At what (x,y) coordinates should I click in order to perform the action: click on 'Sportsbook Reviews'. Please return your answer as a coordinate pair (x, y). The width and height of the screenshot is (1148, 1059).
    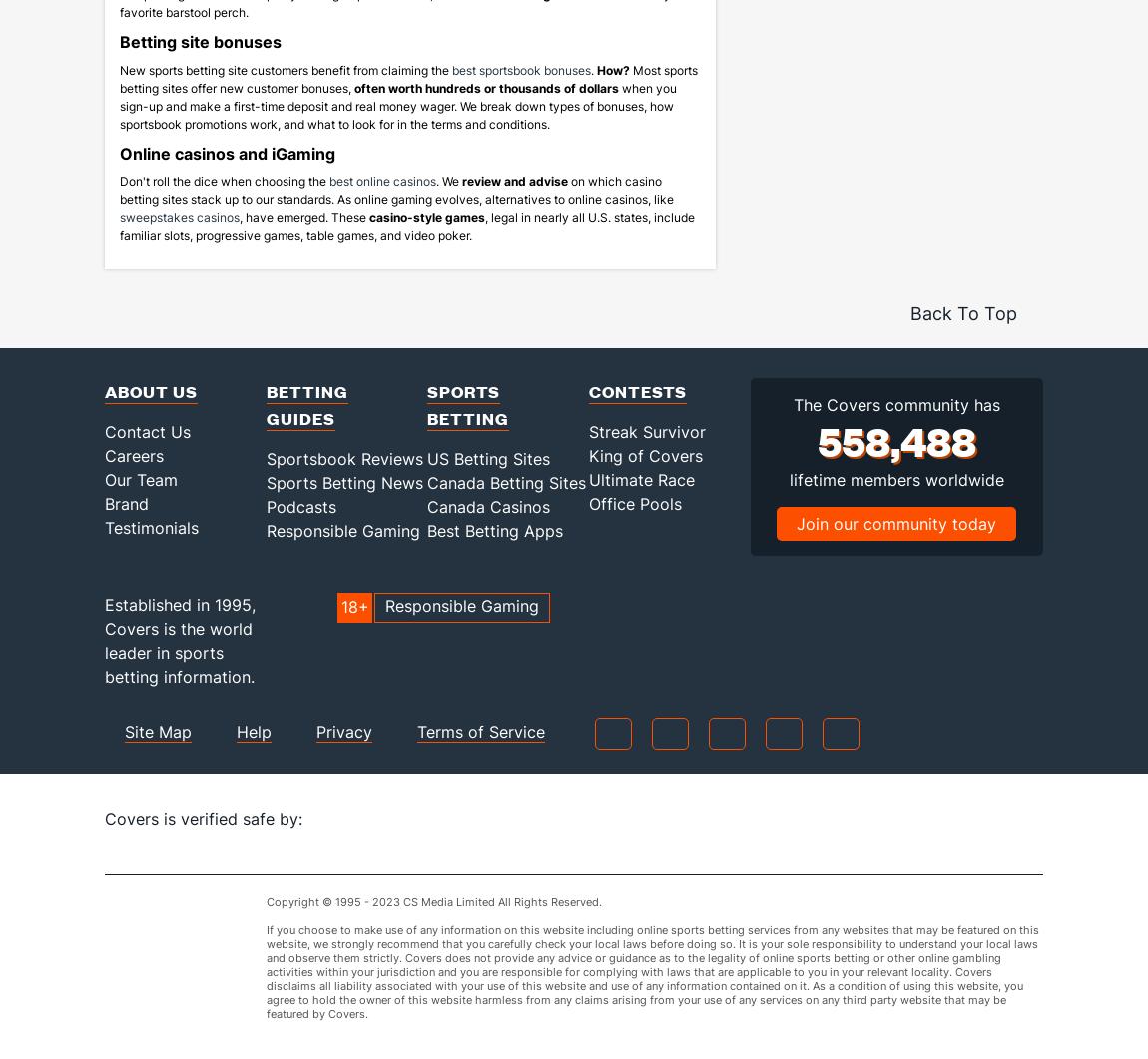
    Looking at the image, I should click on (343, 483).